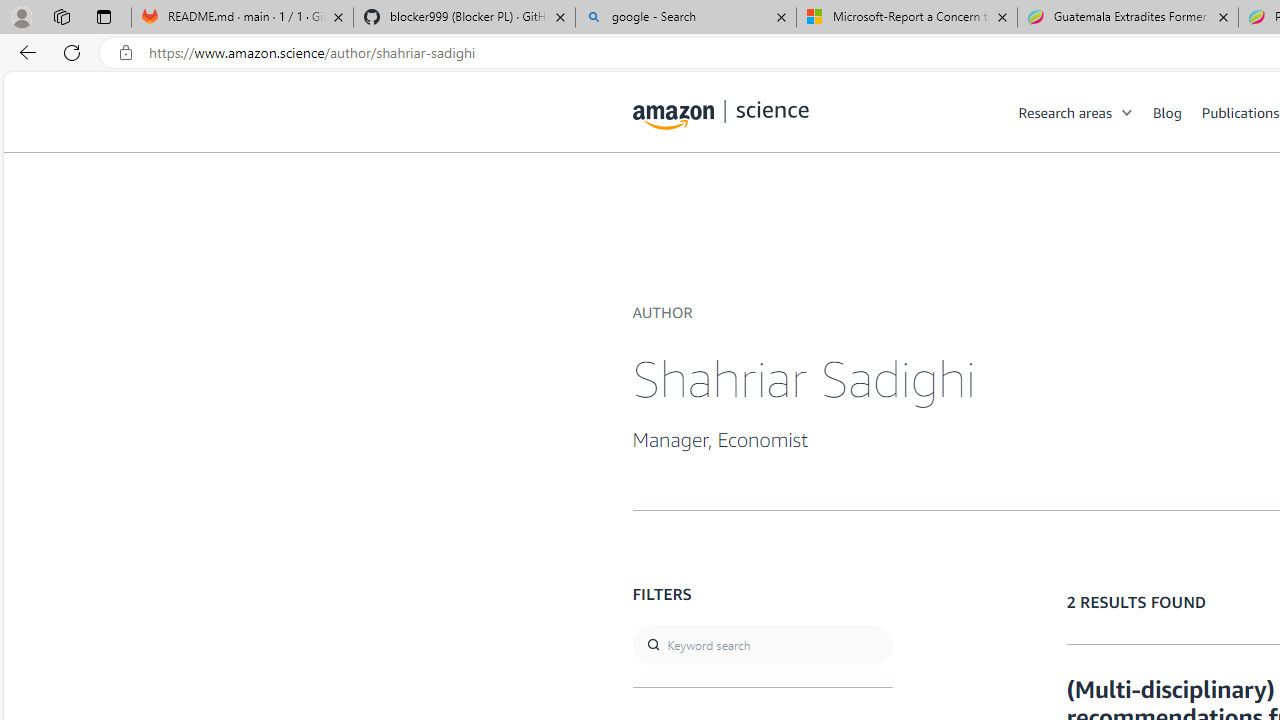 This screenshot has height=720, width=1280. Describe the element at coordinates (1128, 111) in the screenshot. I see `'Open Sub Navigation'` at that location.